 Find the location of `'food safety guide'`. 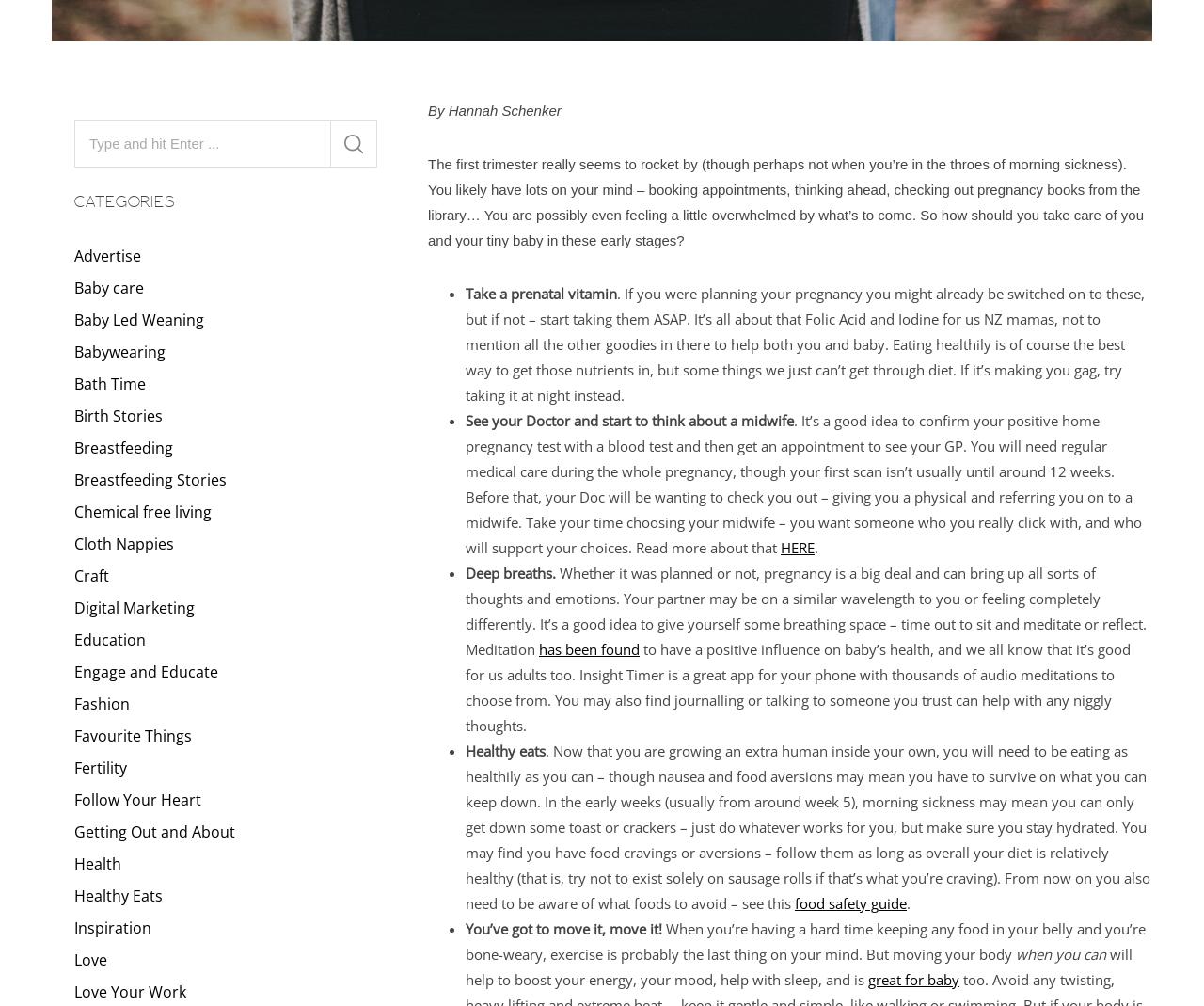

'food safety guide' is located at coordinates (849, 901).